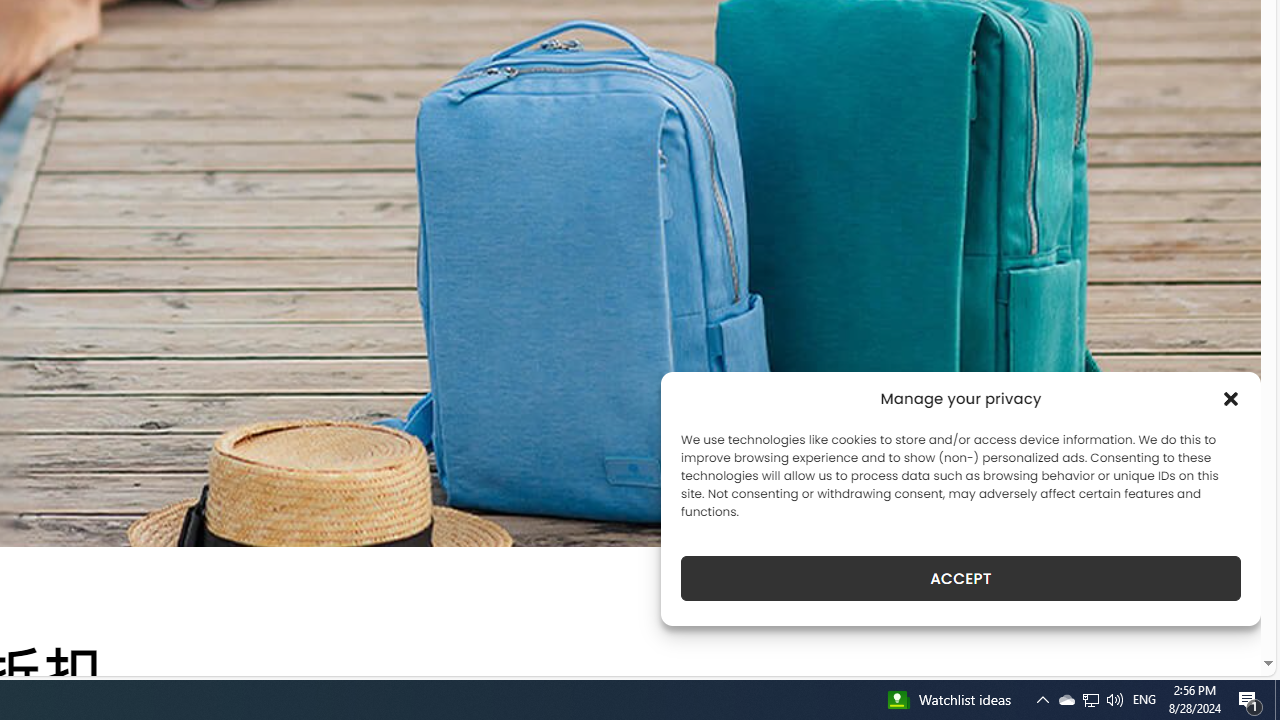 The height and width of the screenshot is (720, 1280). What do you see at coordinates (1230, 398) in the screenshot?
I see `'Class: cmplz-close'` at bounding box center [1230, 398].